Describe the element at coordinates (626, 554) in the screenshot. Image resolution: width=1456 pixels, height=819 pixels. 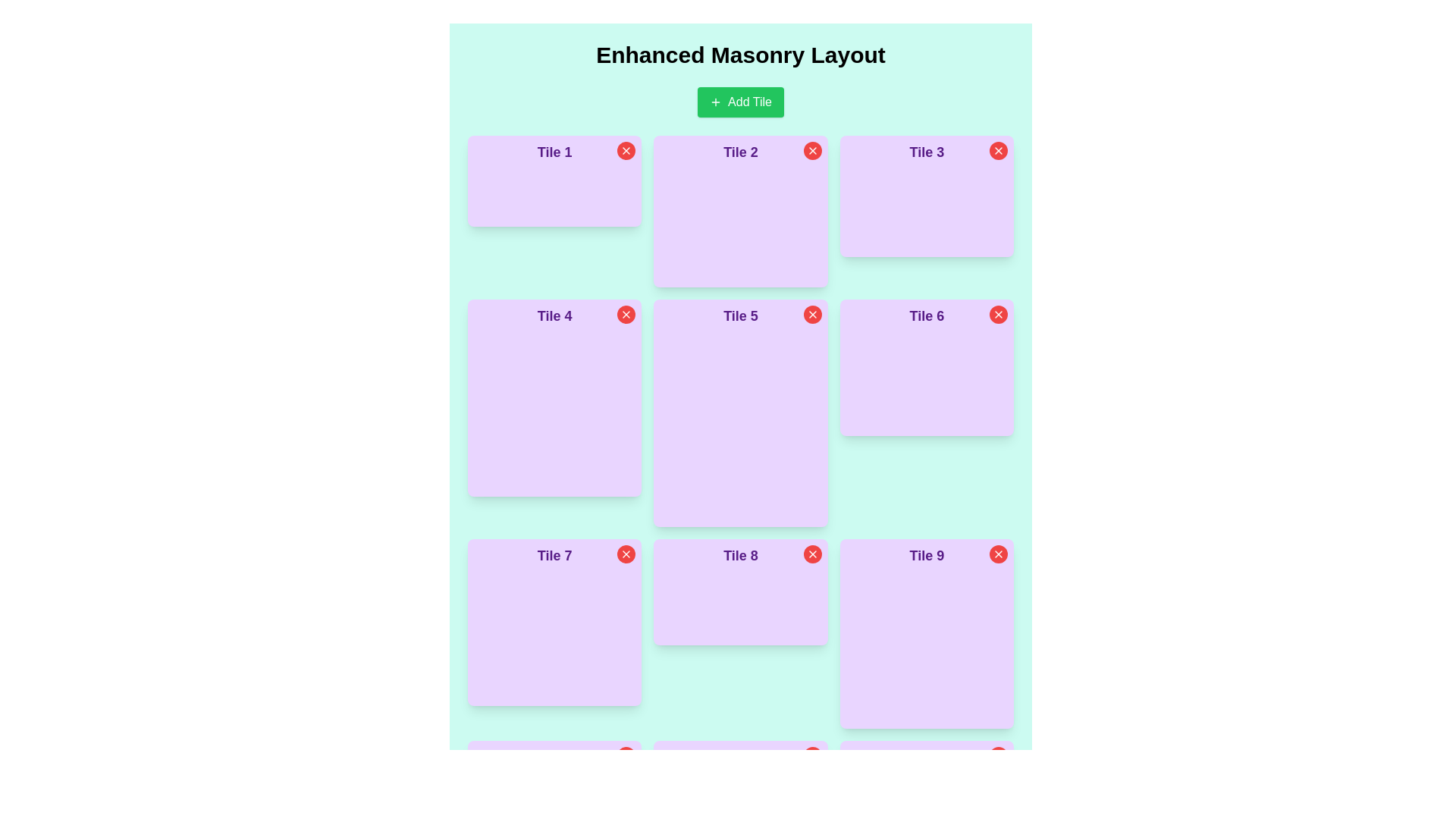
I see `the 'X' icon inside the circular red button located in the top-right corner of the card labeled 'Tile 7'` at that location.